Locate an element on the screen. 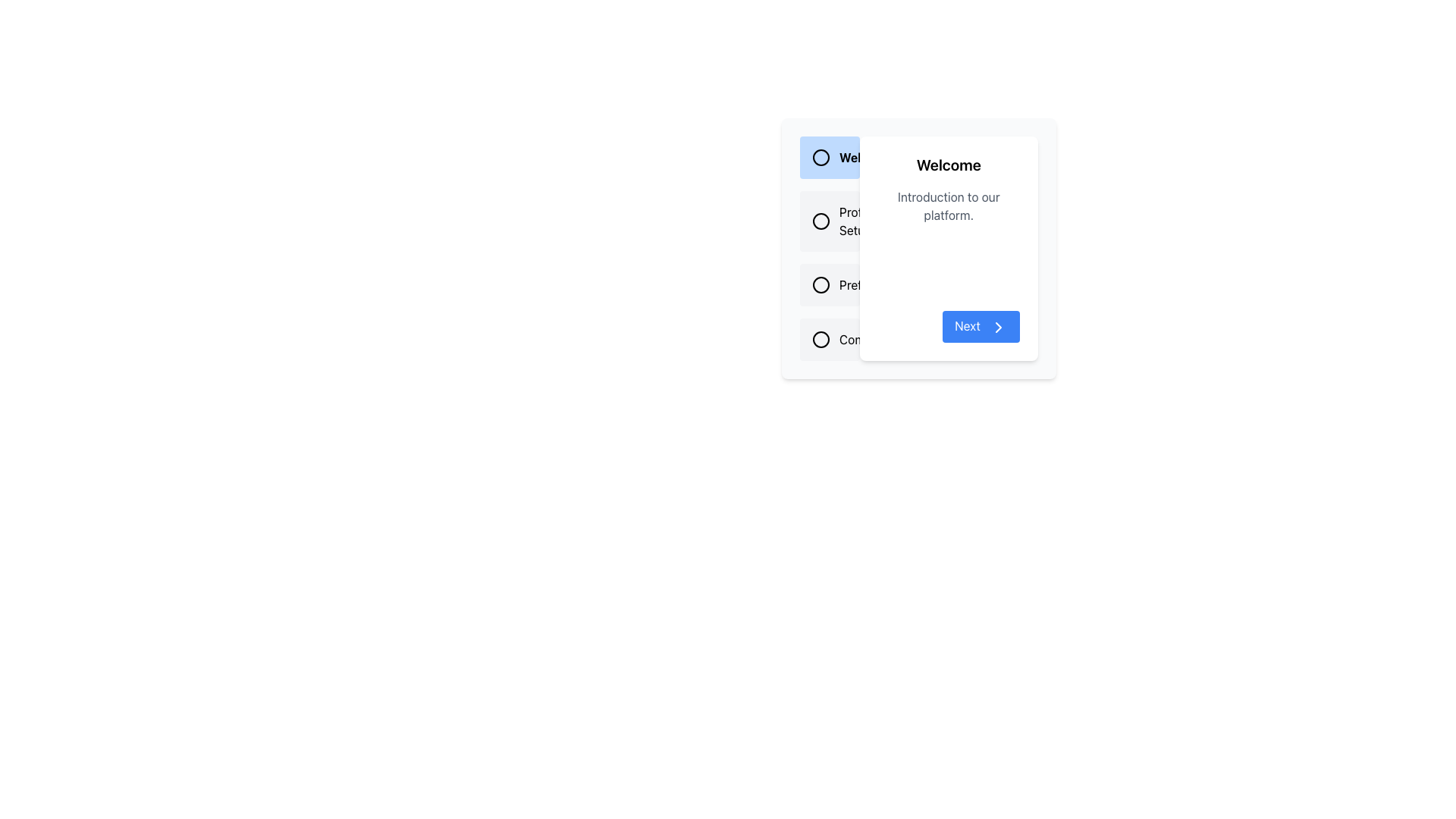  the Radio Button Indicator within the 'Preferences' list item to change its active state is located at coordinates (821, 284).